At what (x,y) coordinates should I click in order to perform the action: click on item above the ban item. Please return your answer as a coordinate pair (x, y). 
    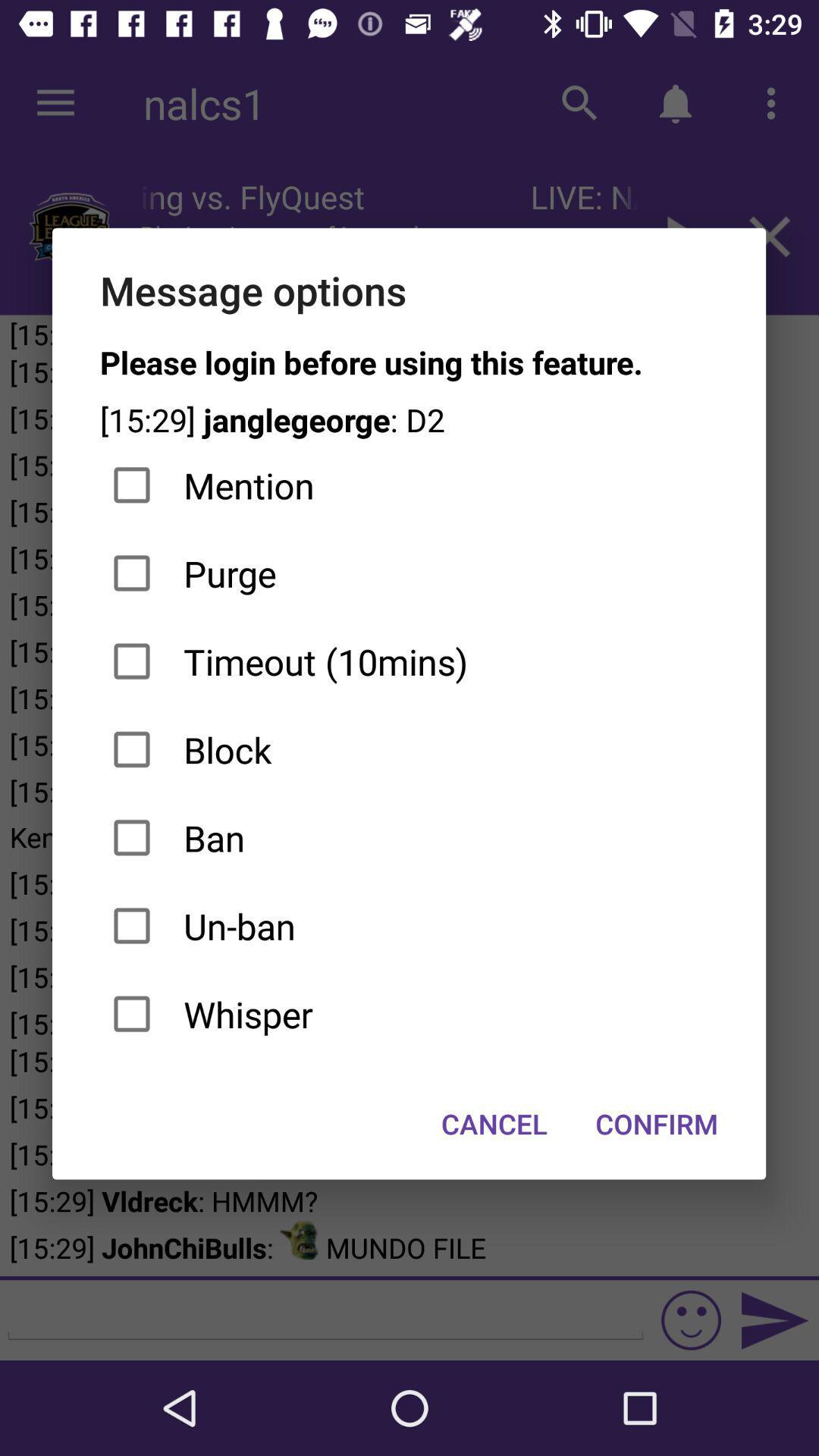
    Looking at the image, I should click on (408, 749).